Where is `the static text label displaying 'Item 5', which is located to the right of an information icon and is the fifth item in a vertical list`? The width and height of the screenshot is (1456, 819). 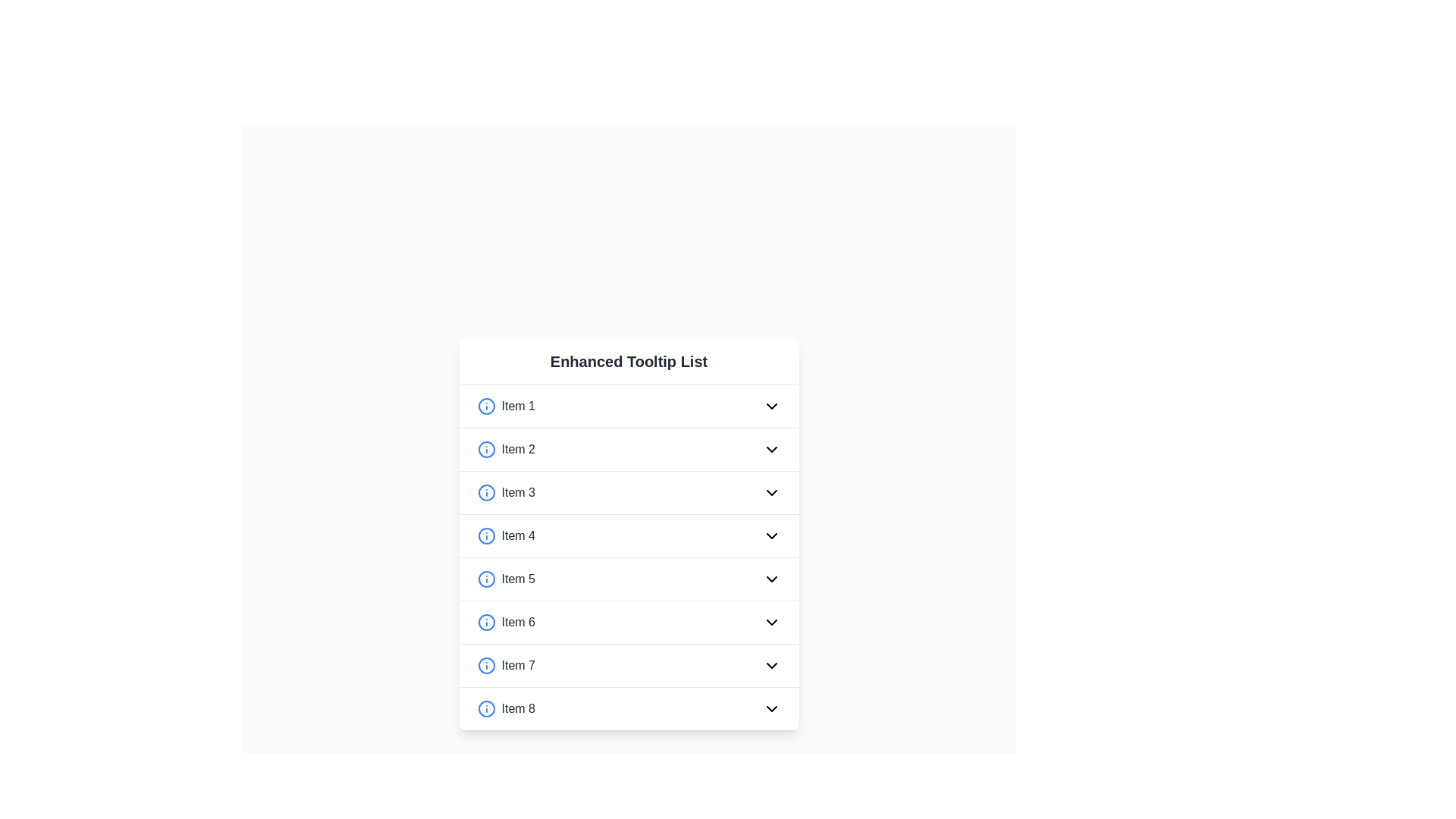 the static text label displaying 'Item 5', which is located to the right of an information icon and is the fifth item in a vertical list is located at coordinates (518, 579).